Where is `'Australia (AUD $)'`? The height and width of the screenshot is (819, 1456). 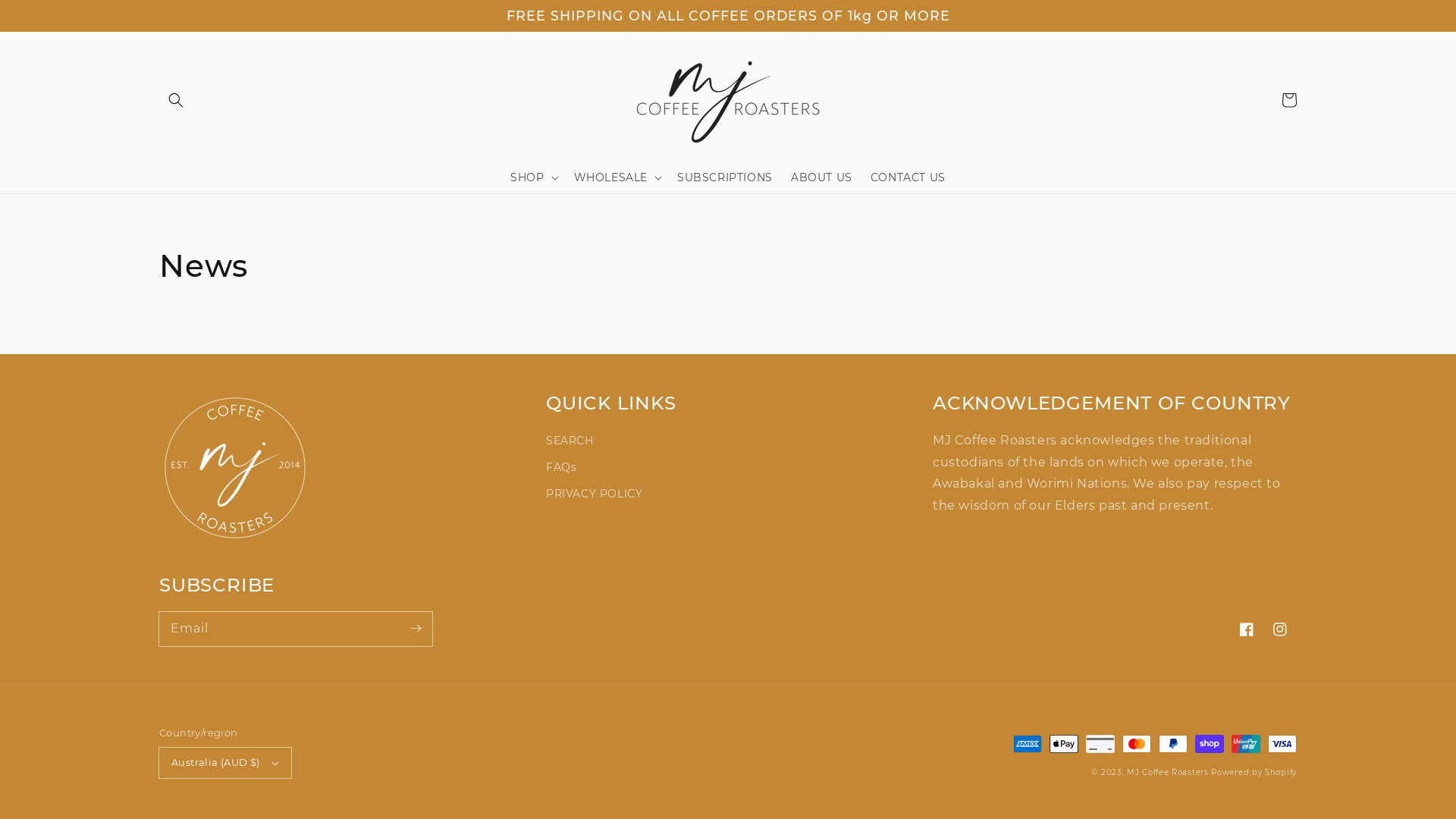 'Australia (AUD $)' is located at coordinates (224, 763).